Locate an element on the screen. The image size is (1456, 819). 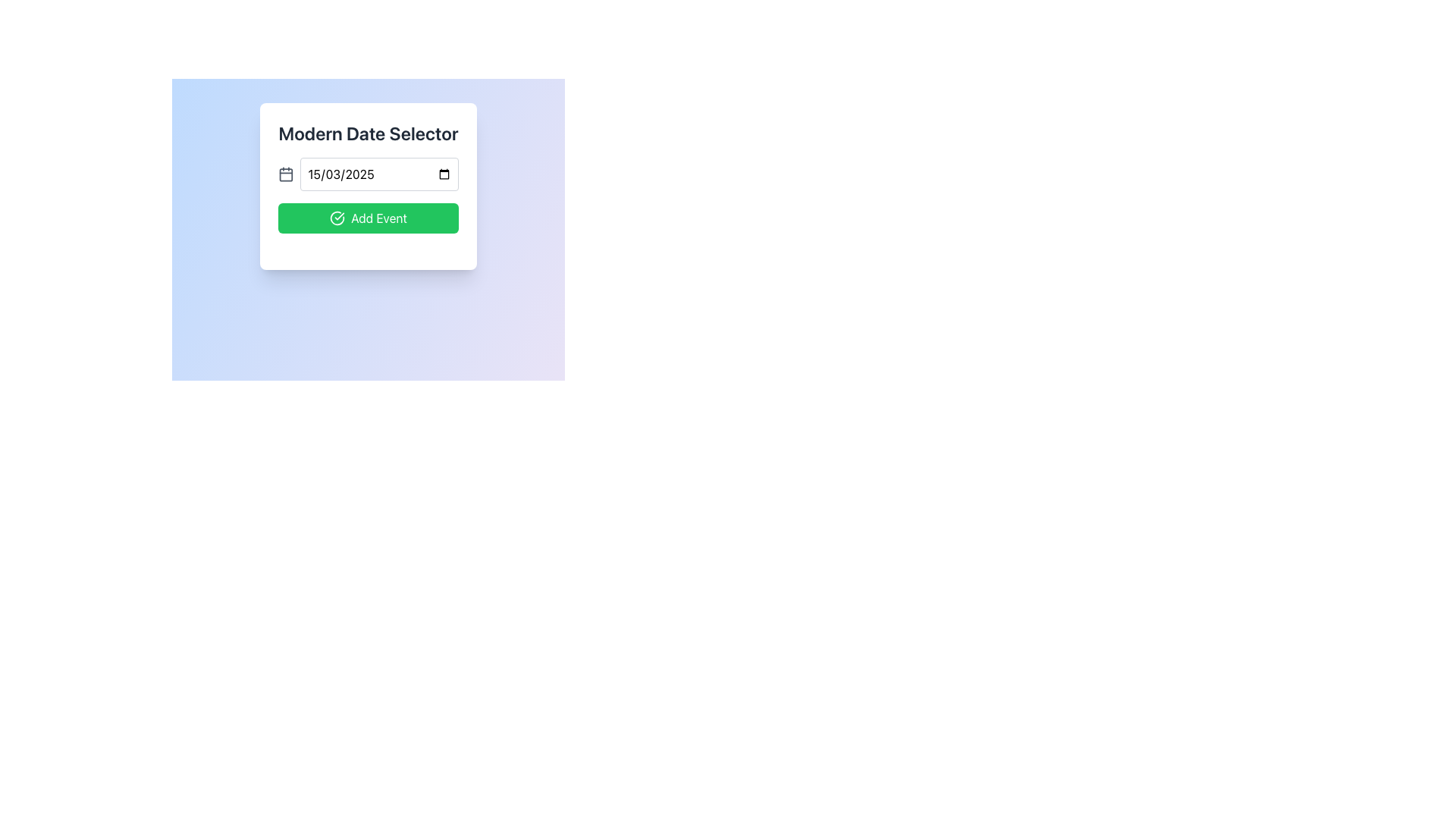
the date input field displaying '15/03/2025', styled with a rounded border and white background, located in the 'Modern Date Selector' modal is located at coordinates (379, 174).